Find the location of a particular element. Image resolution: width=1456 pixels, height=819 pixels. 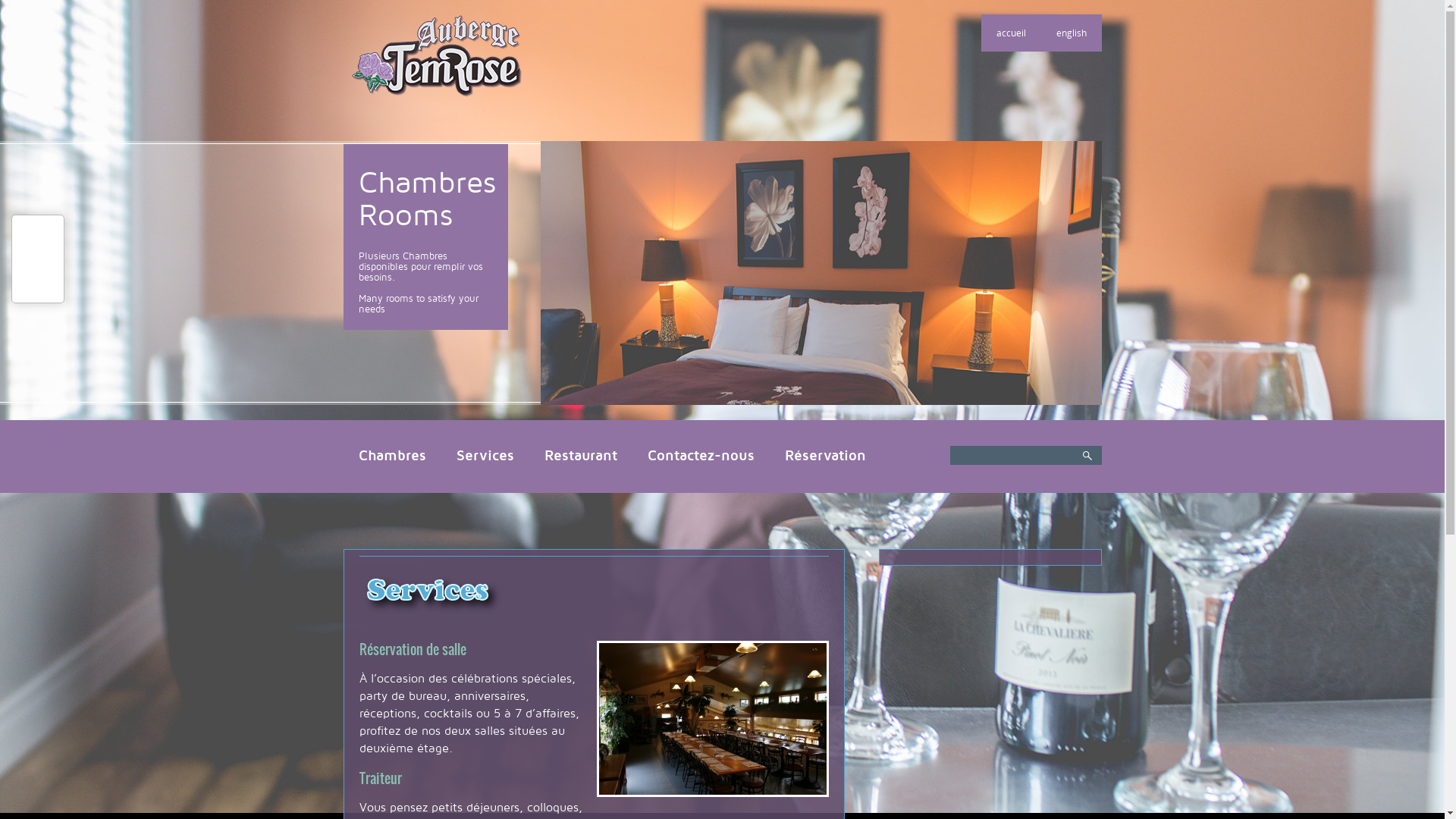

'english' is located at coordinates (1040, 33).